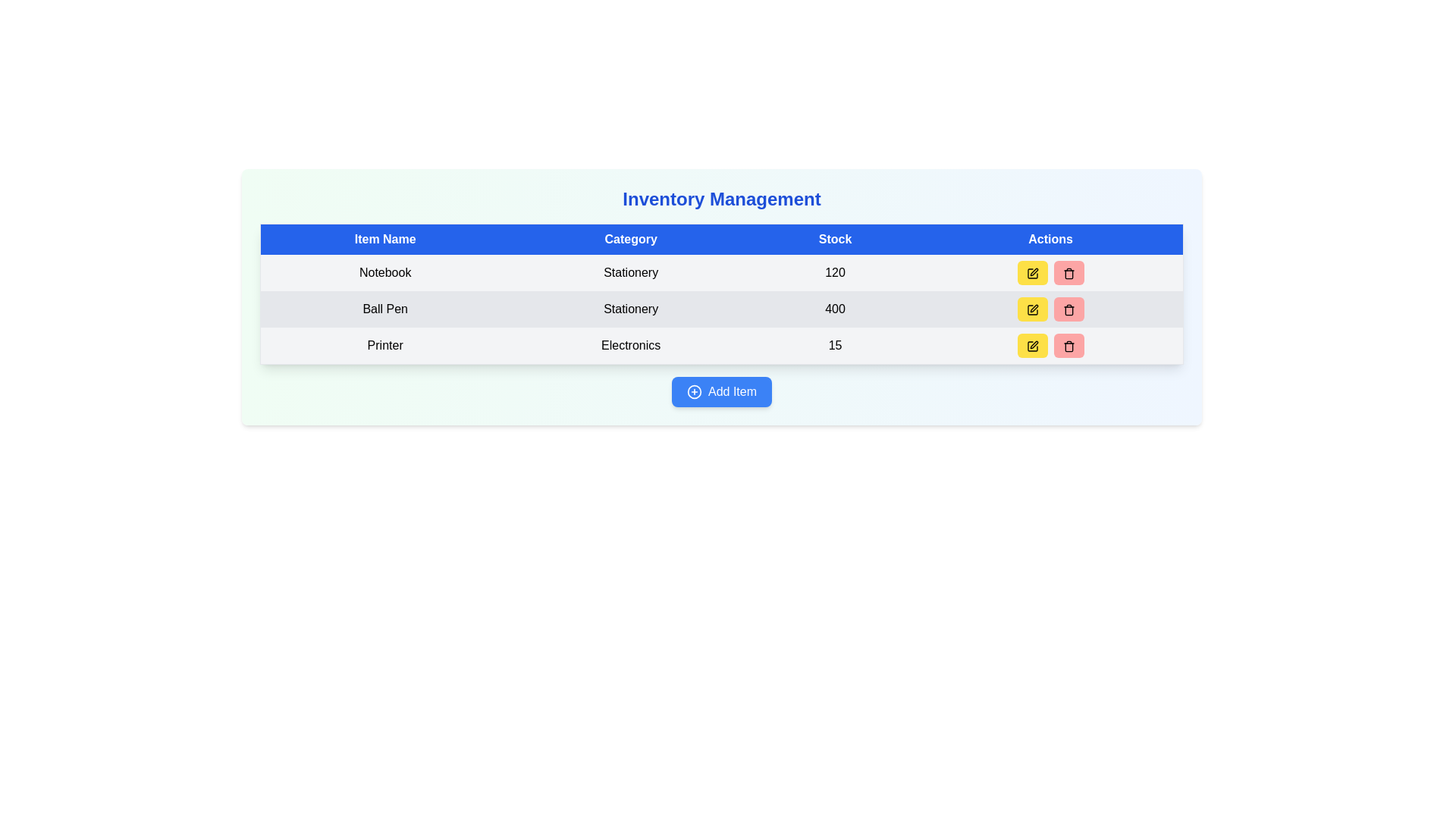  What do you see at coordinates (1068, 275) in the screenshot?
I see `the body of the trash bin icon located in the 'Actions' column of the table row for the 'Notebook' item` at bounding box center [1068, 275].